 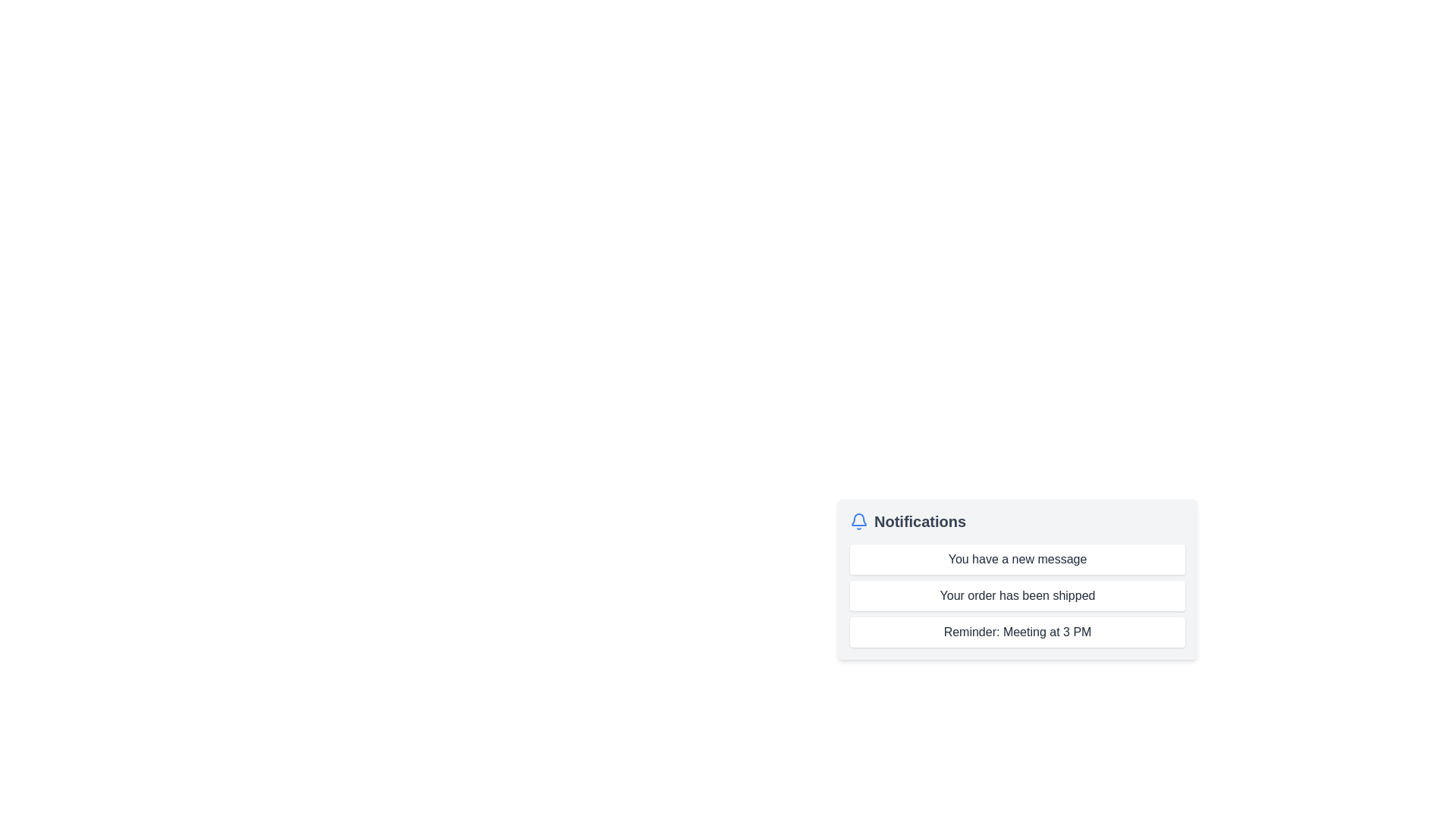 What do you see at coordinates (858, 519) in the screenshot?
I see `the notification alert bell icon located at the top-left corner of the notification panel, adjacent to the 'Notifications' text` at bounding box center [858, 519].